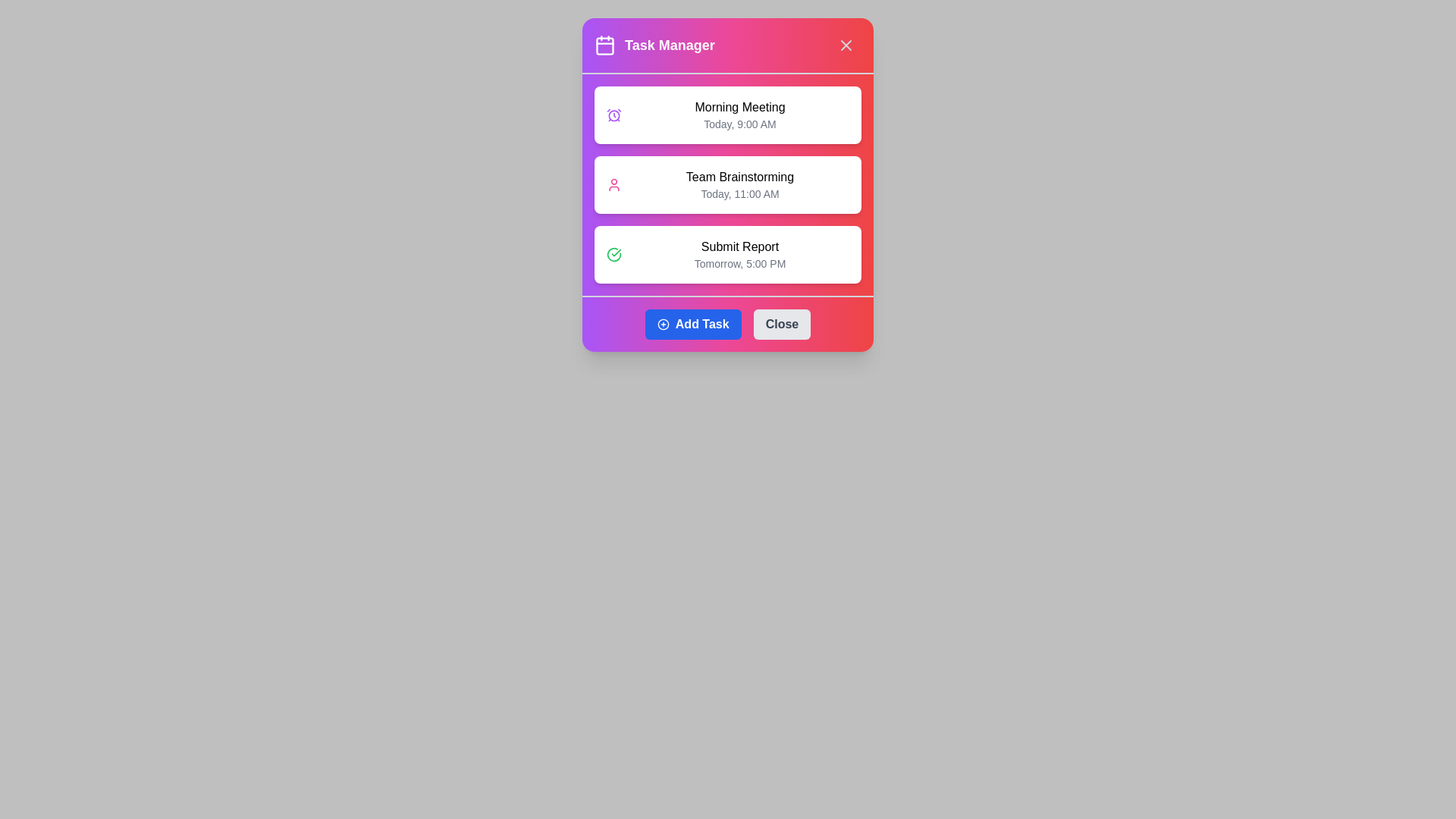 The image size is (1456, 819). What do you see at coordinates (782, 324) in the screenshot?
I see `the close button located in the lower-right portion of the modal, which is the second button in a horizontal row of buttons, immediately to the right of the 'Add Task' button` at bounding box center [782, 324].